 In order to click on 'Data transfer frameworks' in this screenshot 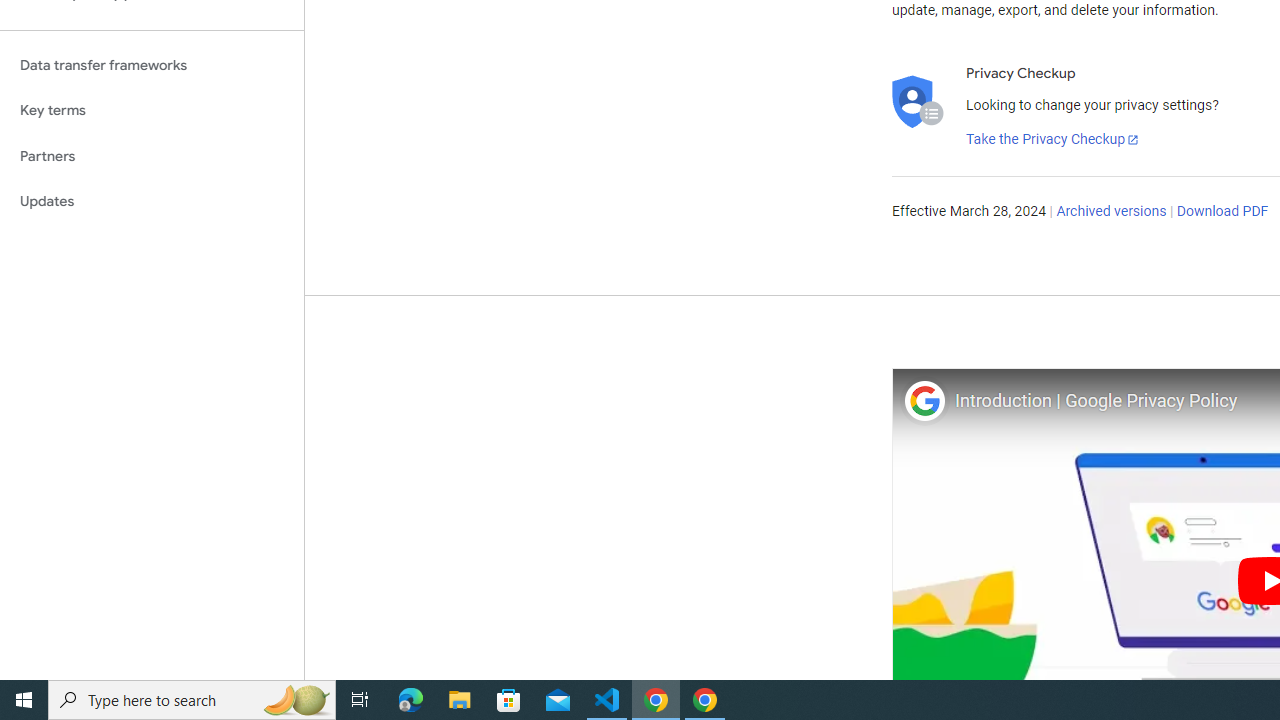, I will do `click(151, 64)`.